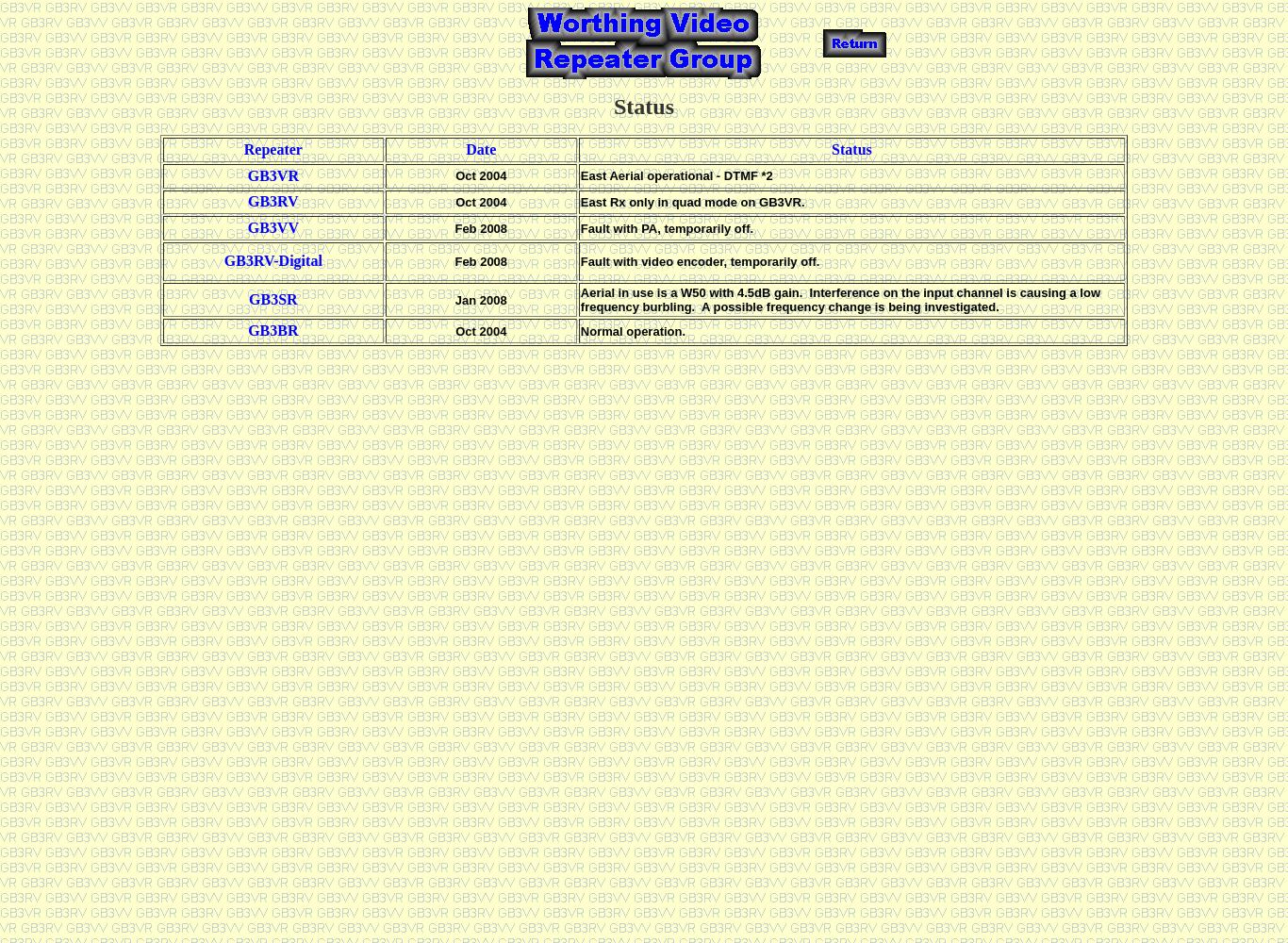 The image size is (1288, 943). What do you see at coordinates (481, 260) in the screenshot?
I see `'Feb 2008'` at bounding box center [481, 260].